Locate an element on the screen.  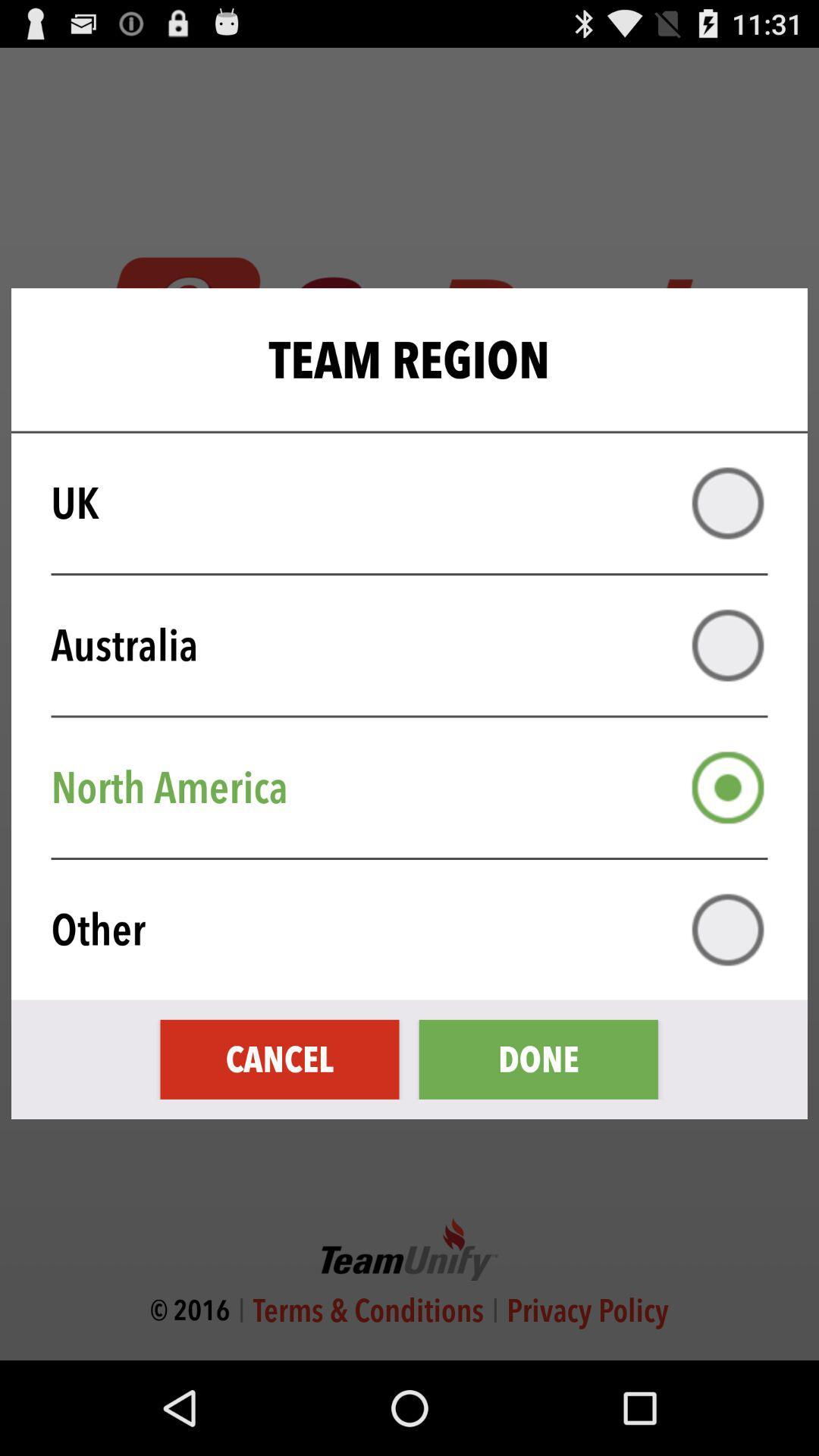
region is located at coordinates (727, 787).